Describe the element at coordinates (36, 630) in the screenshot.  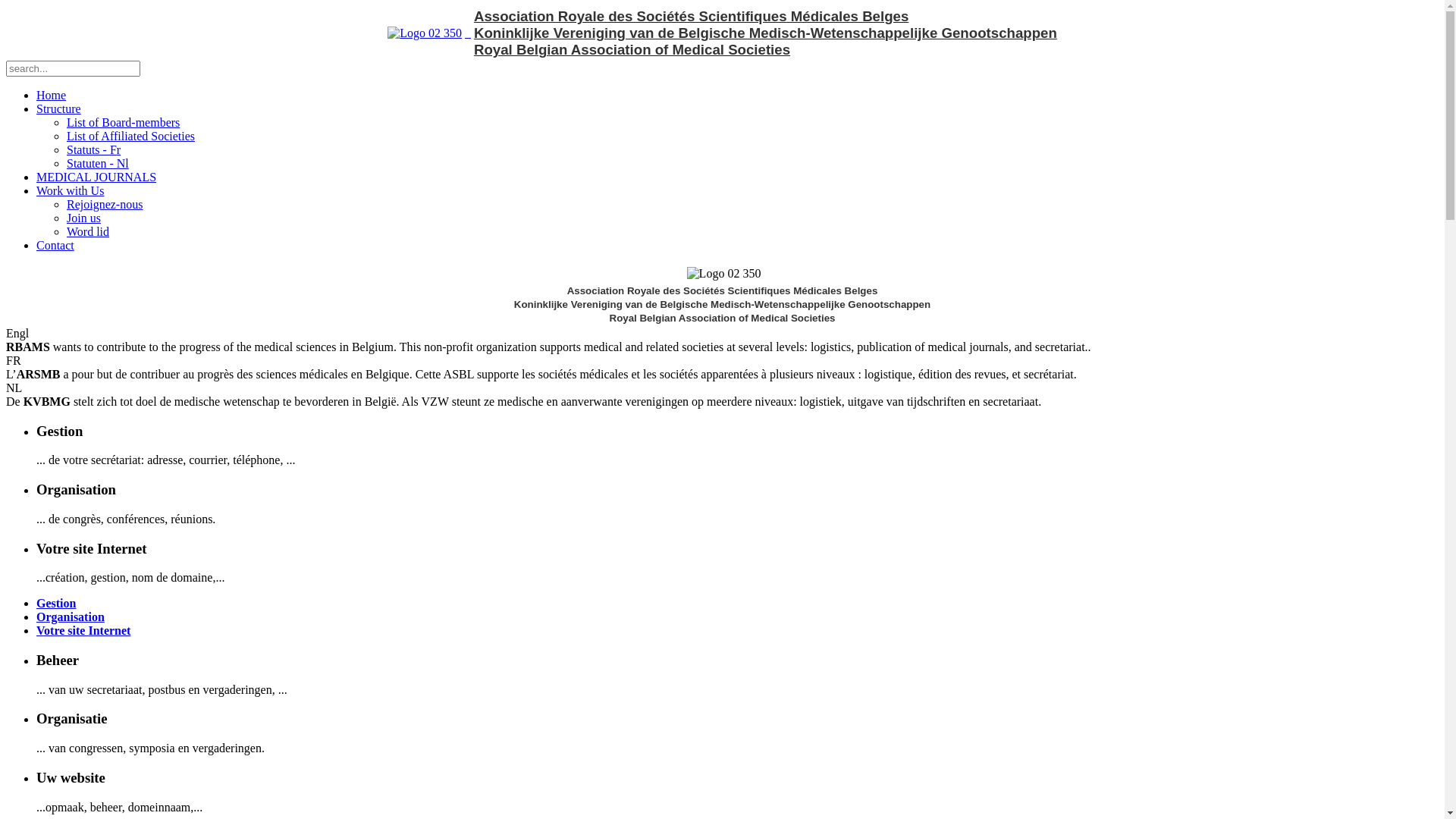
I see `'Votre site Internet'` at that location.